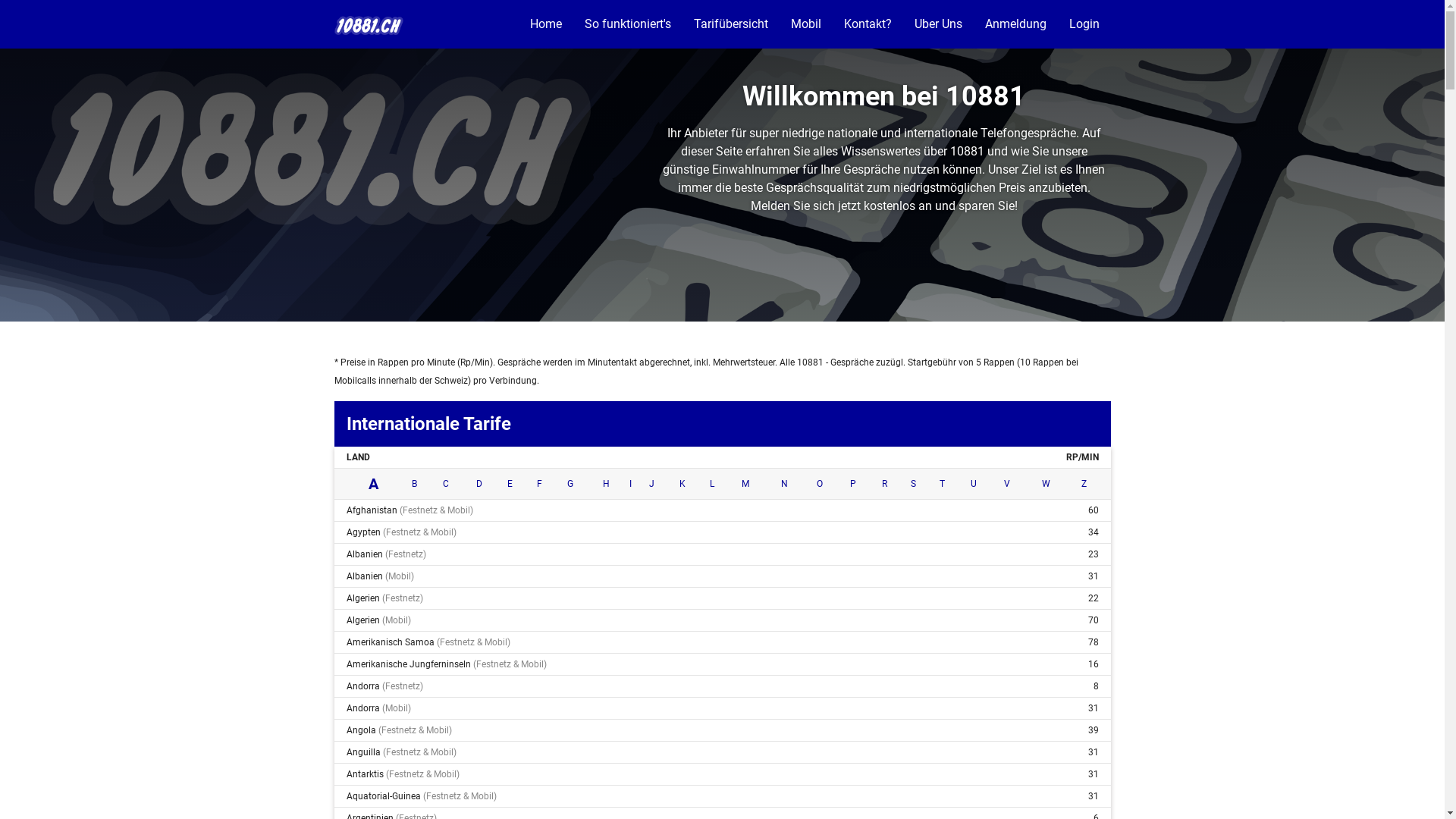  What do you see at coordinates (815, 483) in the screenshot?
I see `'O'` at bounding box center [815, 483].